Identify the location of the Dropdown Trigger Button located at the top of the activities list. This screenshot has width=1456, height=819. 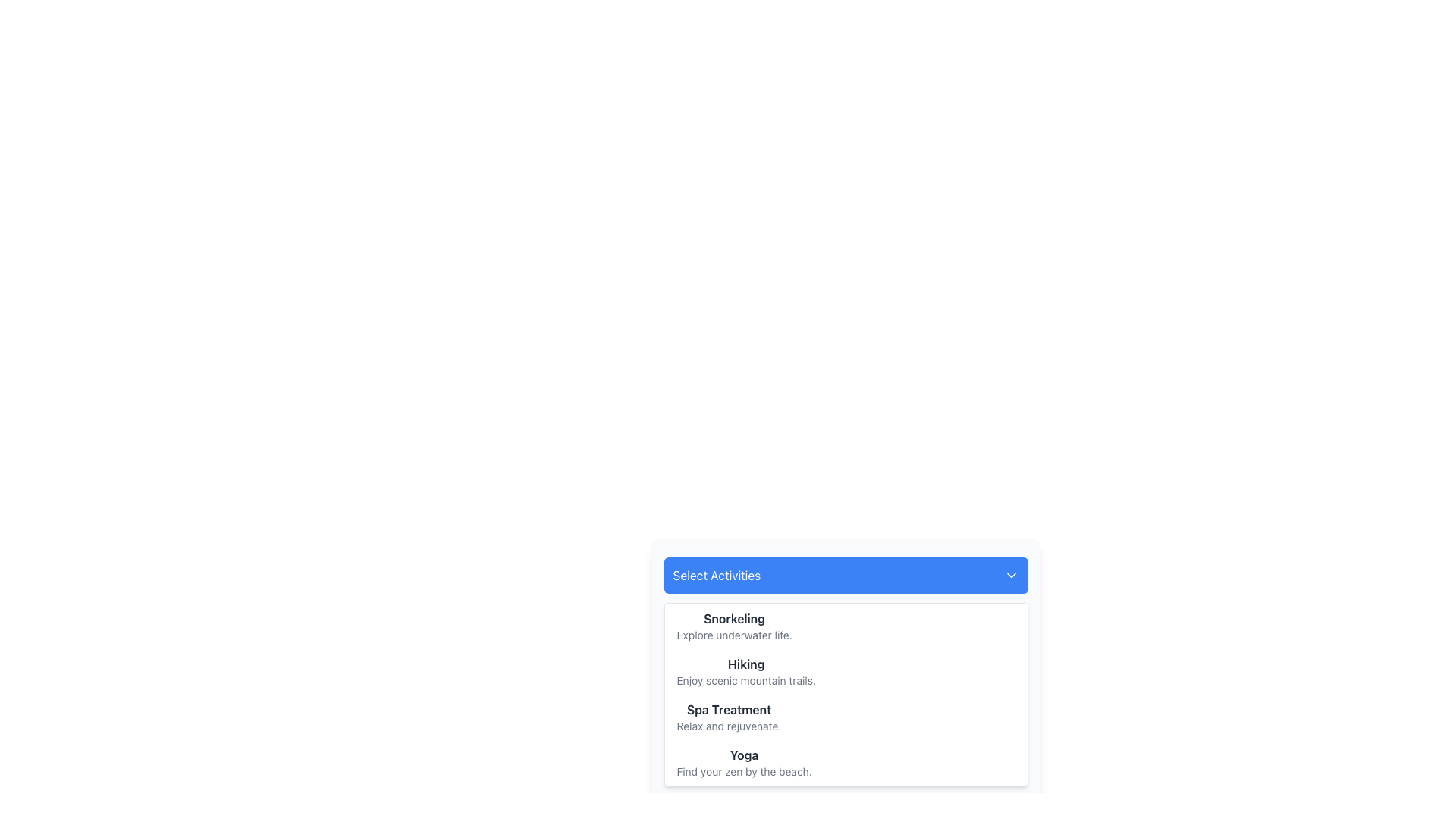
(845, 576).